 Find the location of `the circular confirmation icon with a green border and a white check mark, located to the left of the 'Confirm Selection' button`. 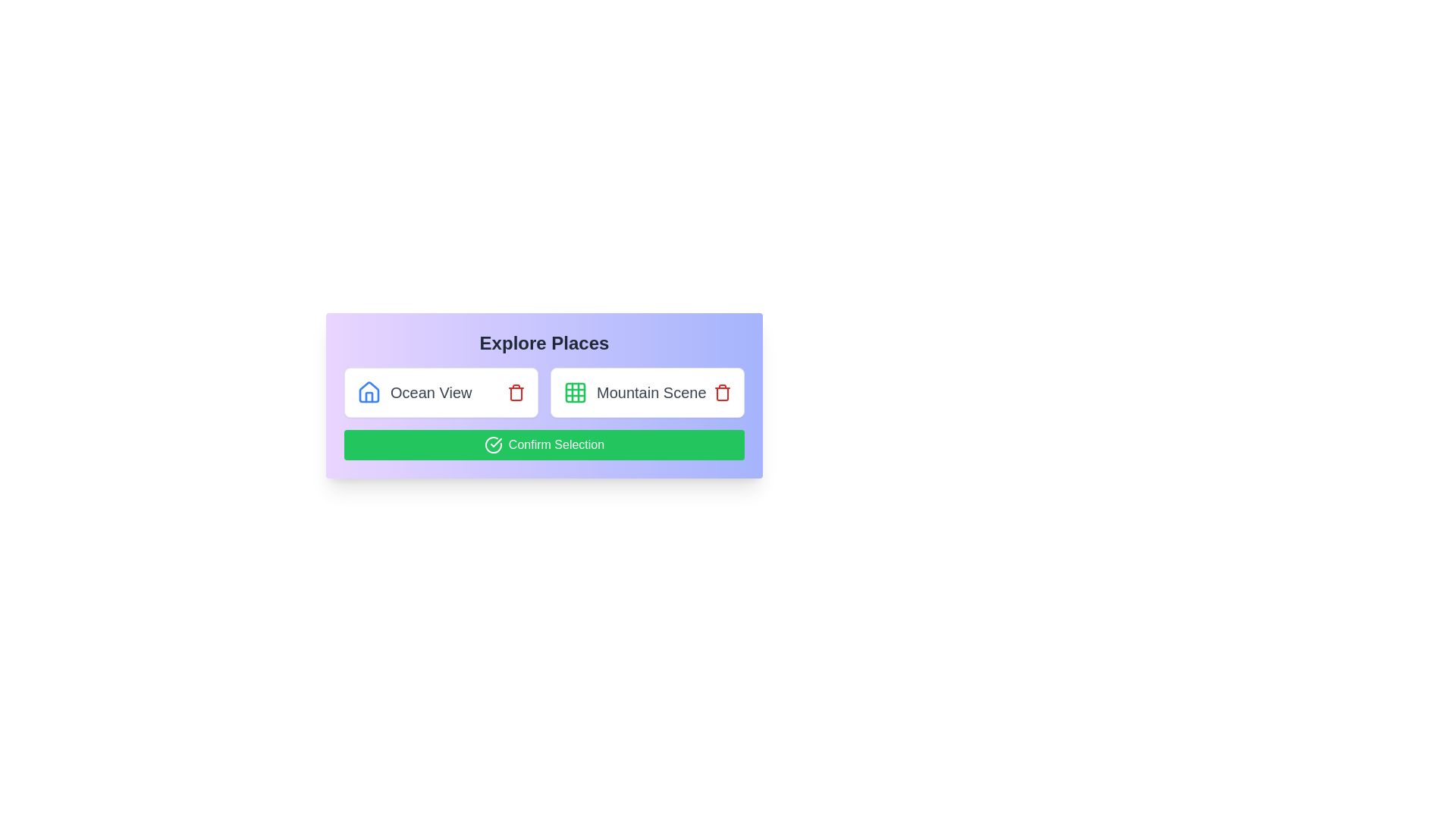

the circular confirmation icon with a green border and a white check mark, located to the left of the 'Confirm Selection' button is located at coordinates (493, 444).